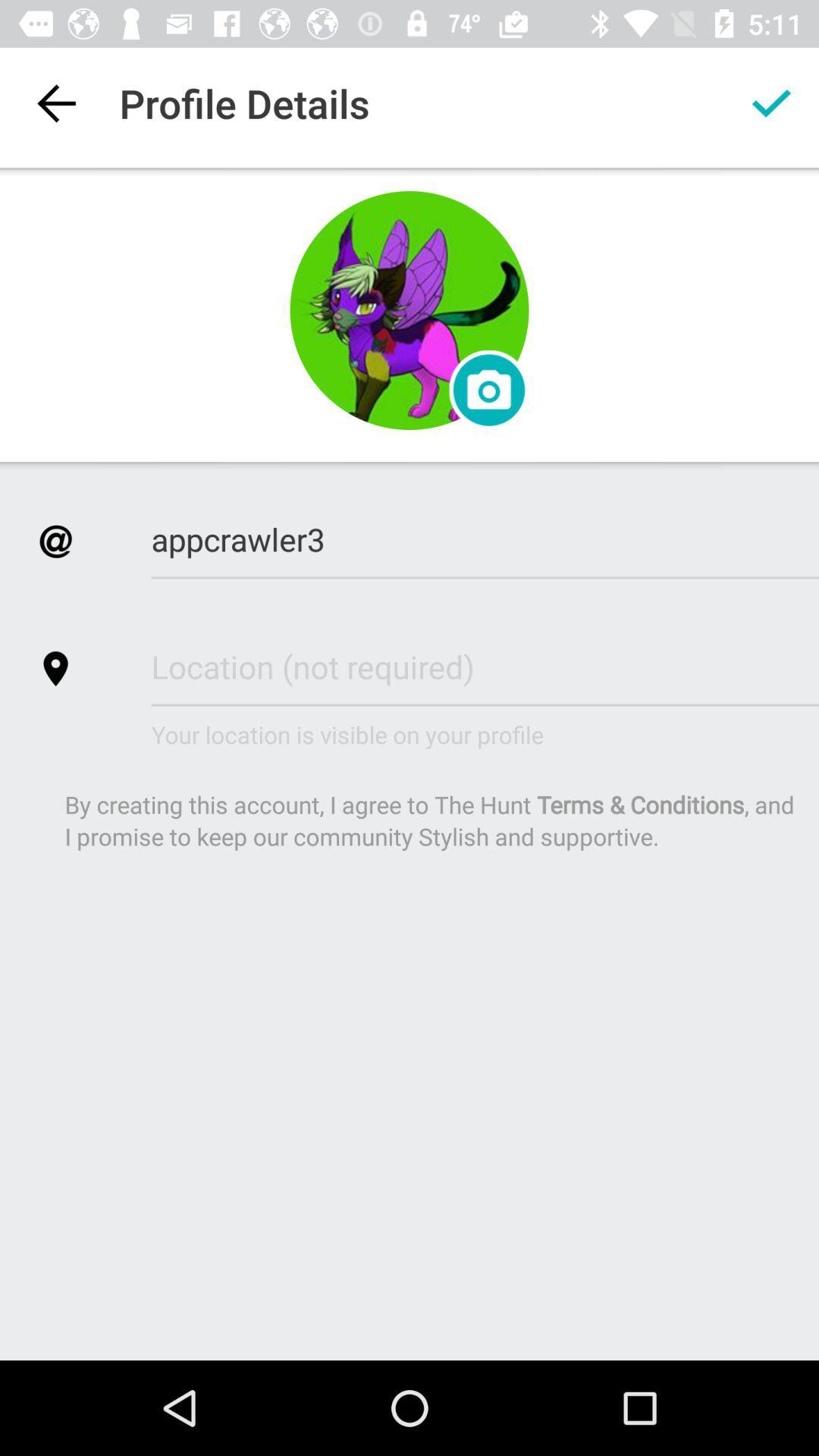  What do you see at coordinates (431, 819) in the screenshot?
I see `the by creating this` at bounding box center [431, 819].